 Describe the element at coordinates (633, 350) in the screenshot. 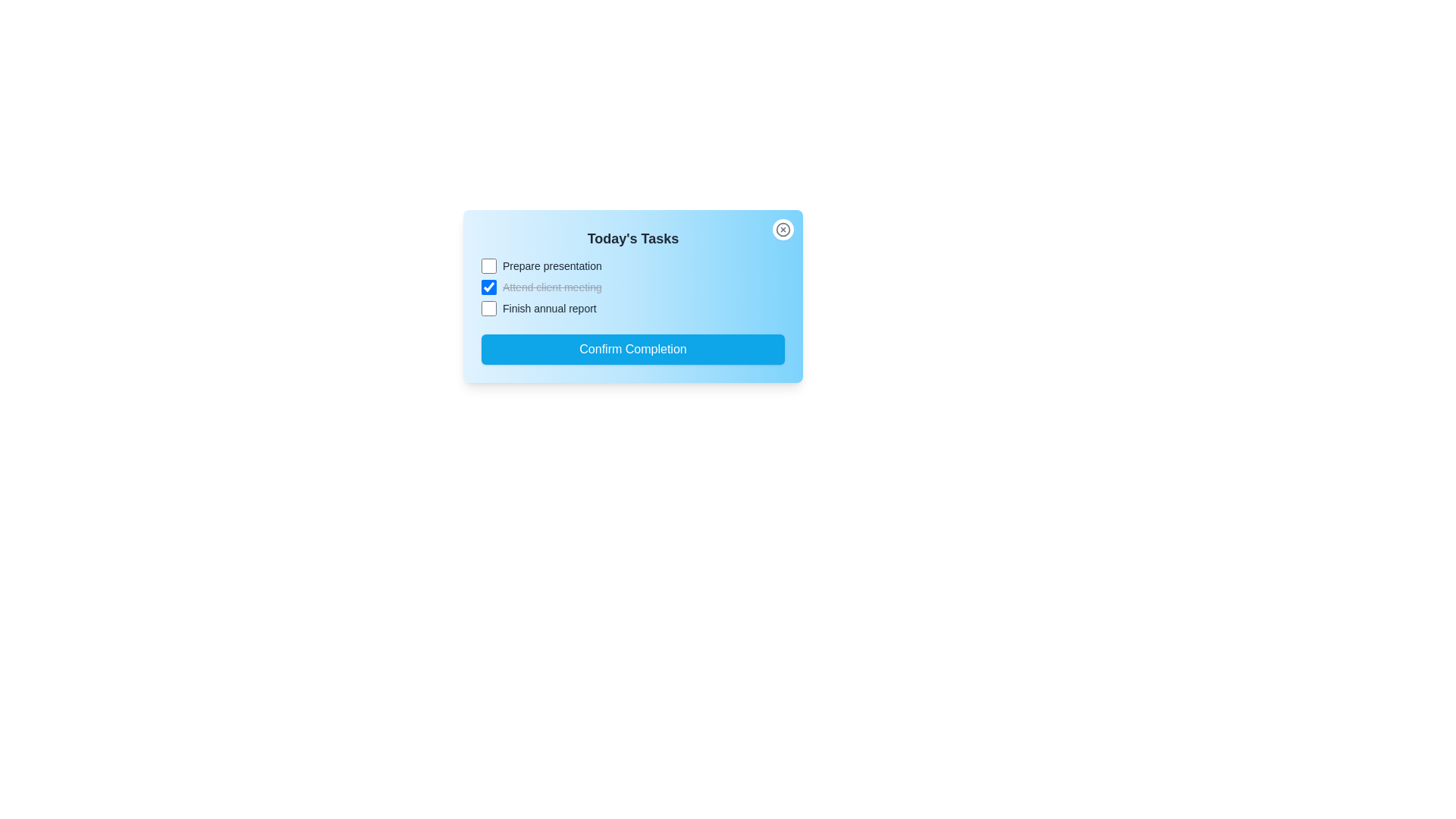

I see `the 'Confirm Completion' button to confirm that all tasks are reviewed` at that location.